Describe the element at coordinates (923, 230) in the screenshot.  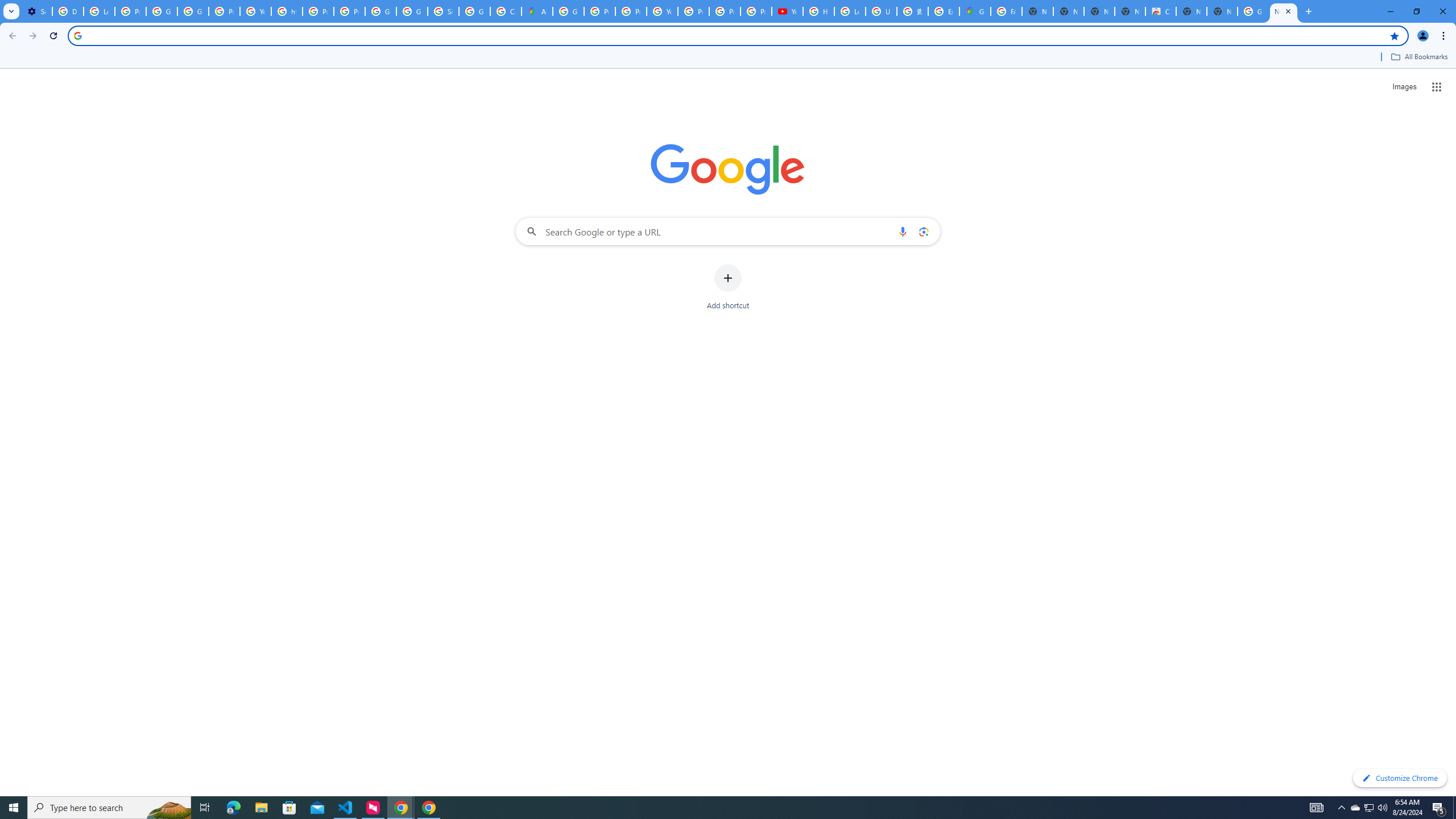
I see `'Search by image'` at that location.